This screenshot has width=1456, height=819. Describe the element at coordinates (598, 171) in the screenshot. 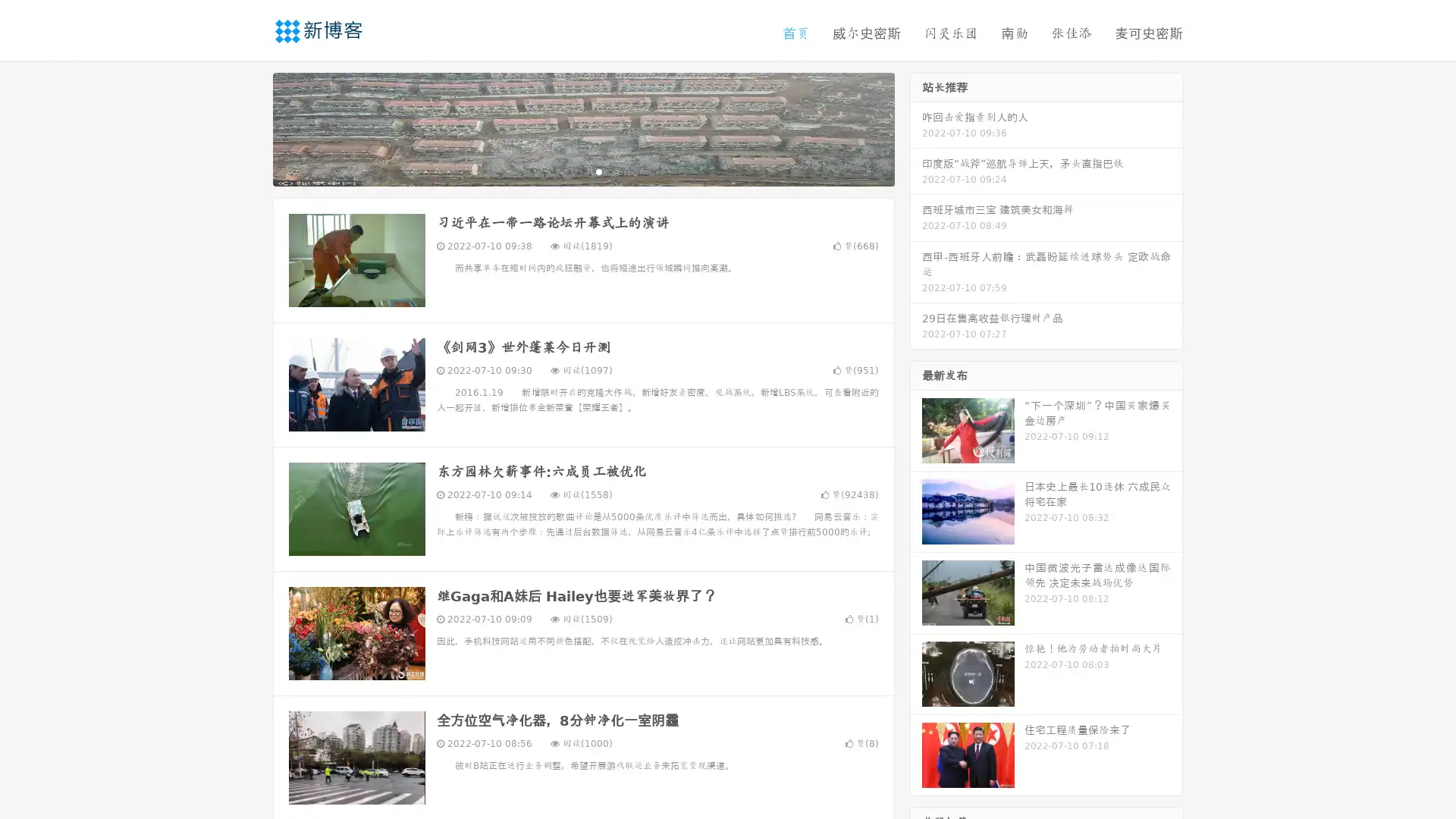

I see `Go to slide 3` at that location.